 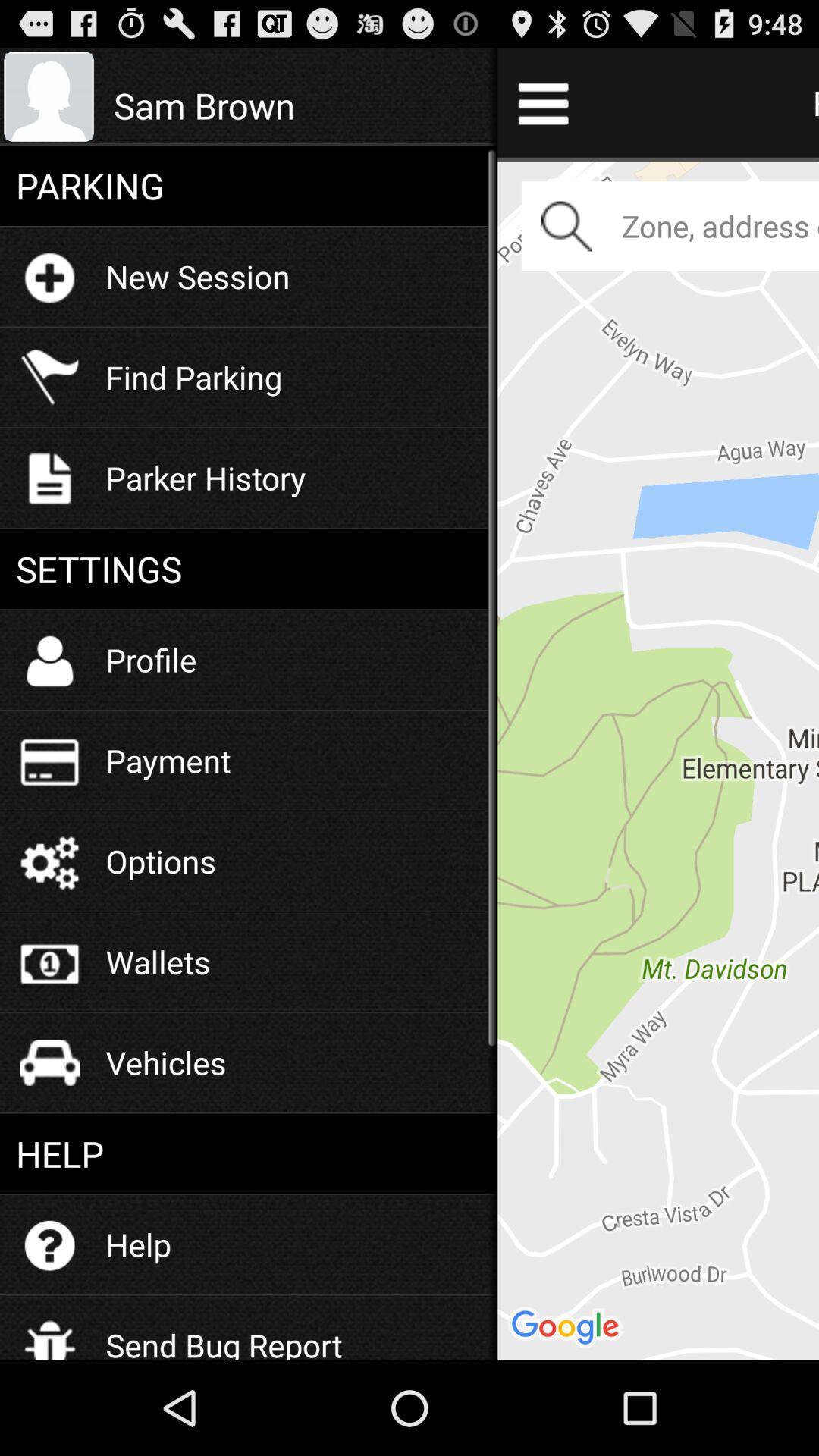 I want to click on icon on the right, so click(x=657, y=758).